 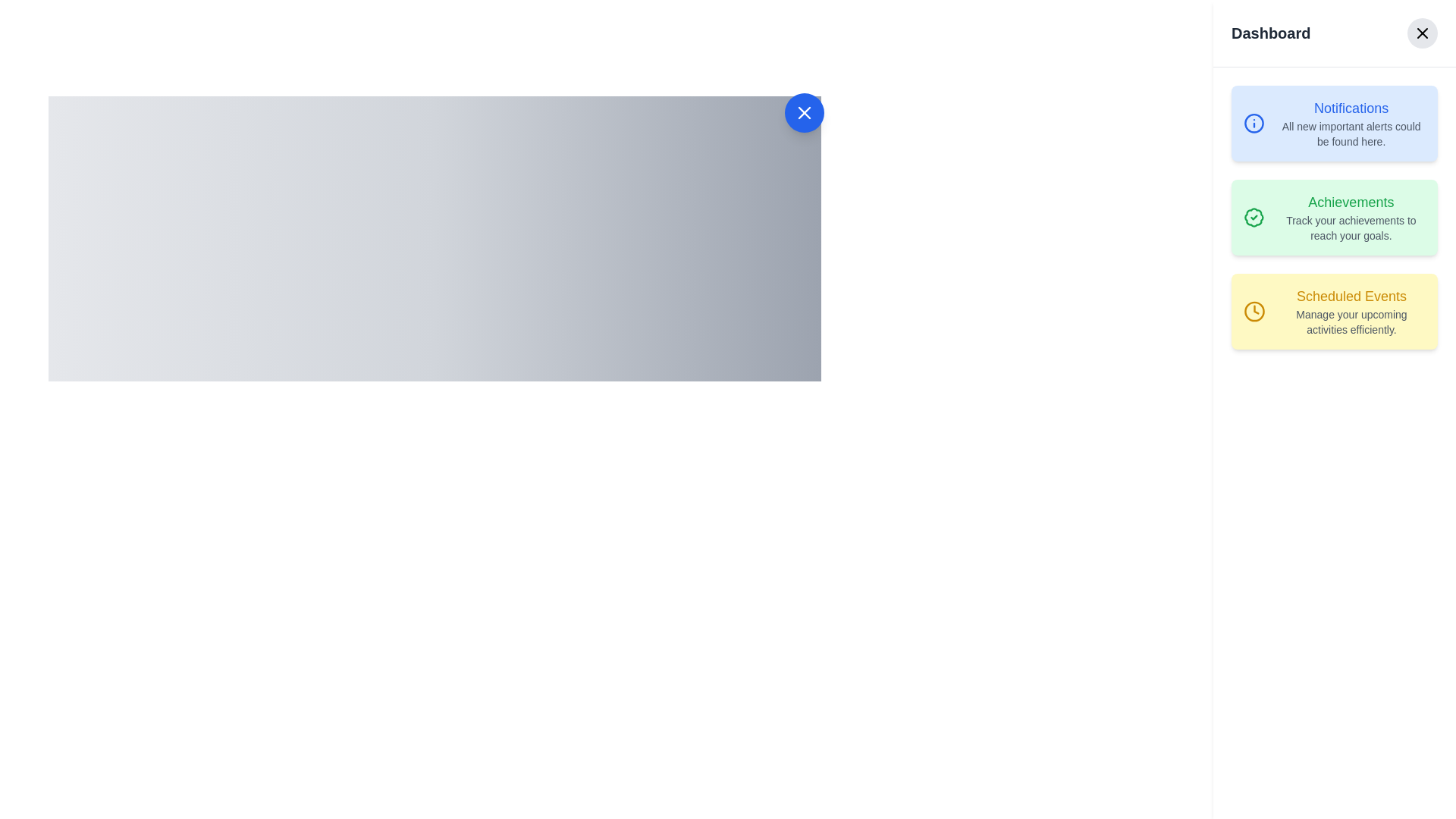 What do you see at coordinates (1422, 33) in the screenshot?
I see `the close or dismiss button located in the top-right corner beside the 'Dashboard' title` at bounding box center [1422, 33].